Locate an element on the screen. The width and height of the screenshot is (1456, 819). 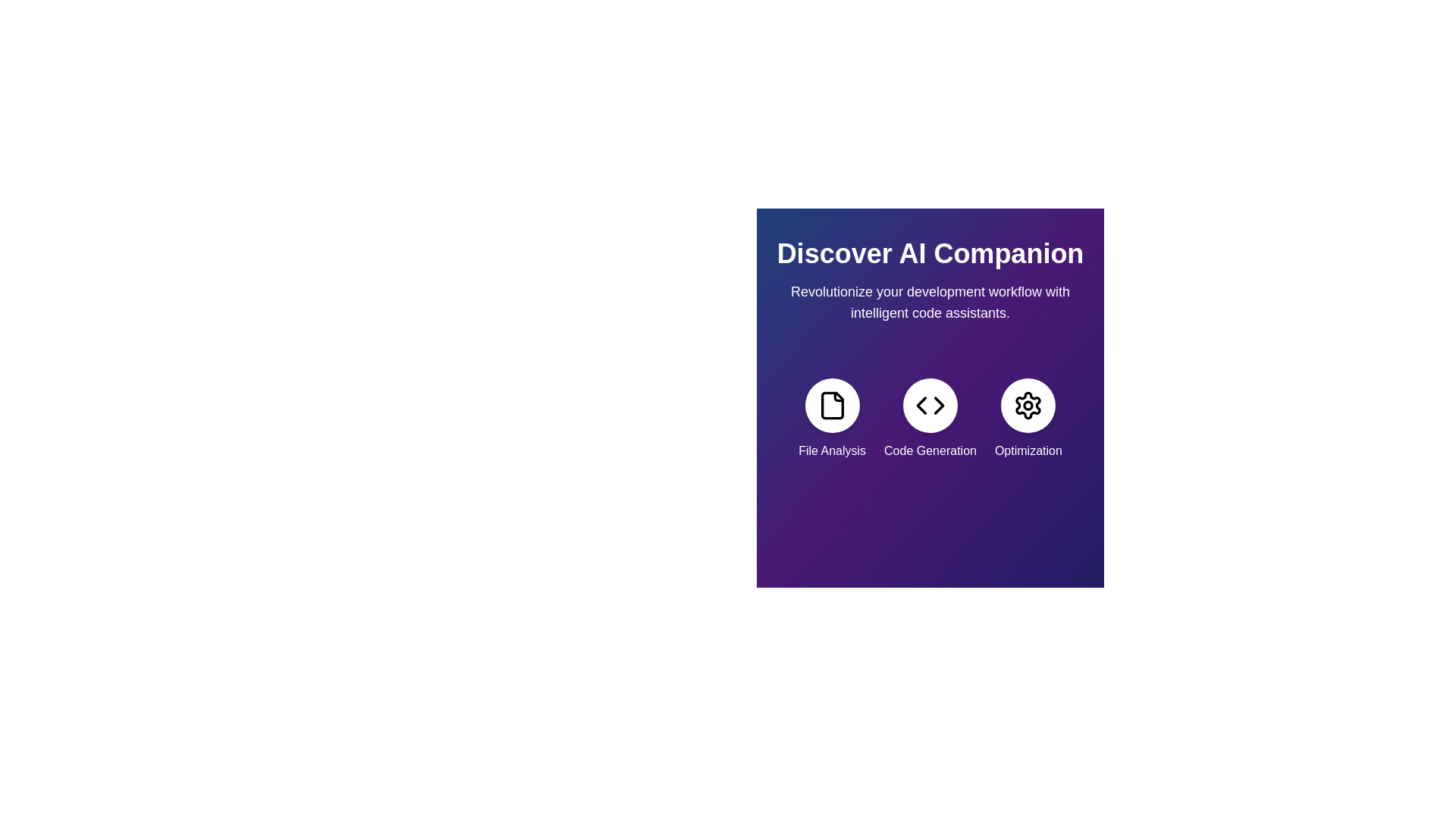
the third circular button below the 'Discover AI Companion' header is located at coordinates (1028, 419).